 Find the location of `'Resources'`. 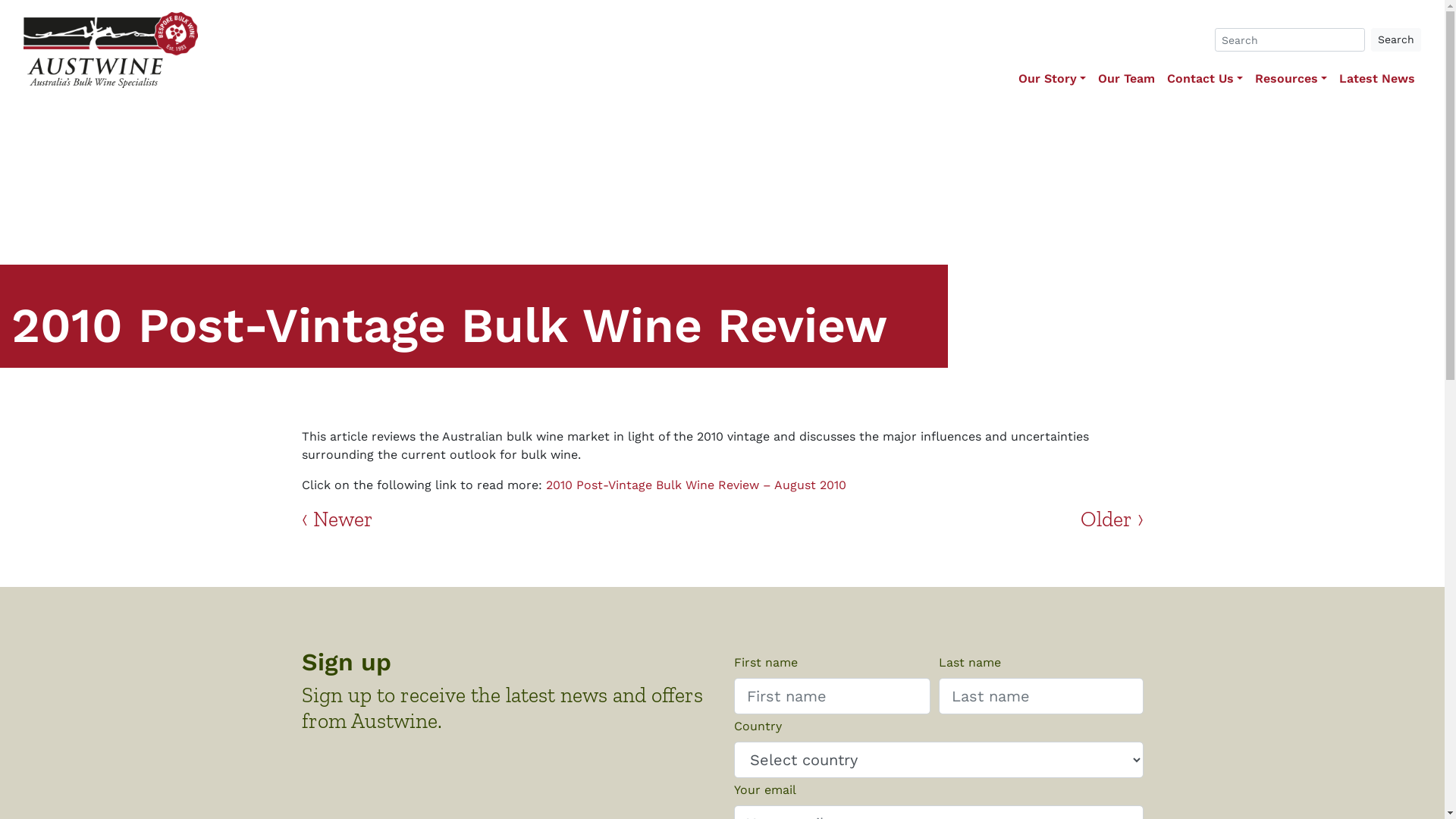

'Resources' is located at coordinates (1248, 79).